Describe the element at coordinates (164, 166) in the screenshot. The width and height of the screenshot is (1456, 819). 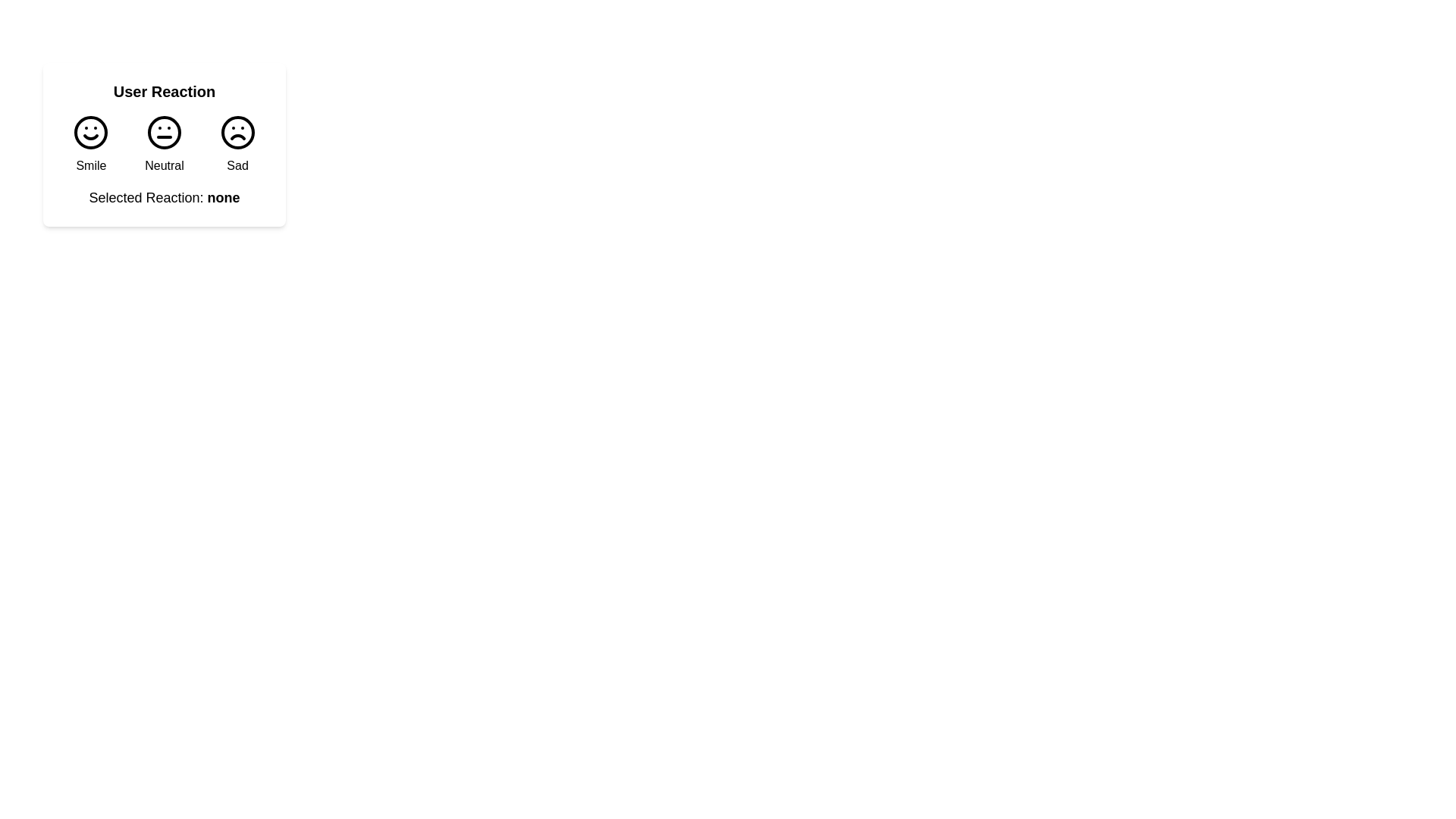
I see `the text label for the middle reaction option, which is positioned under the neutral face icon in the reaction selection interface` at that location.